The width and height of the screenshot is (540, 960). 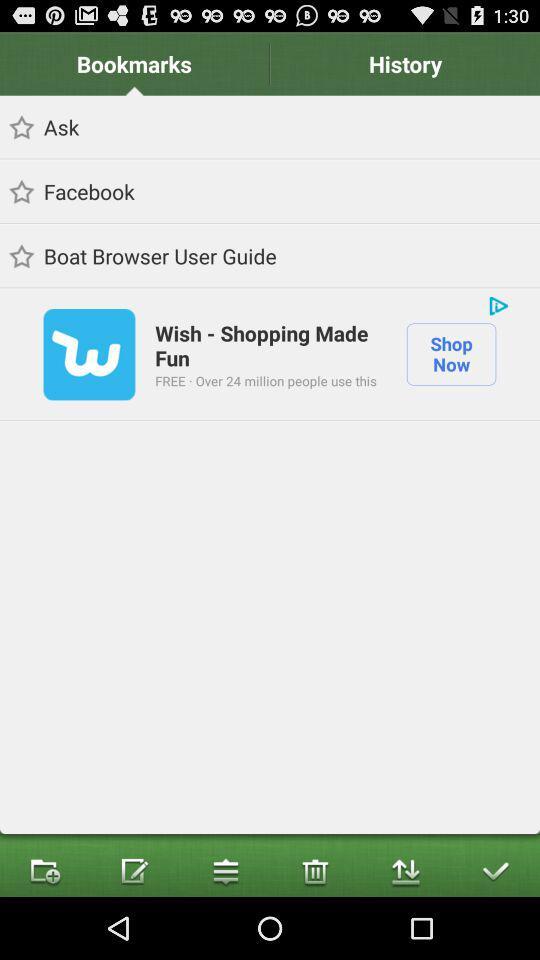 I want to click on the icon to the right of wish shopping made item, so click(x=497, y=305).